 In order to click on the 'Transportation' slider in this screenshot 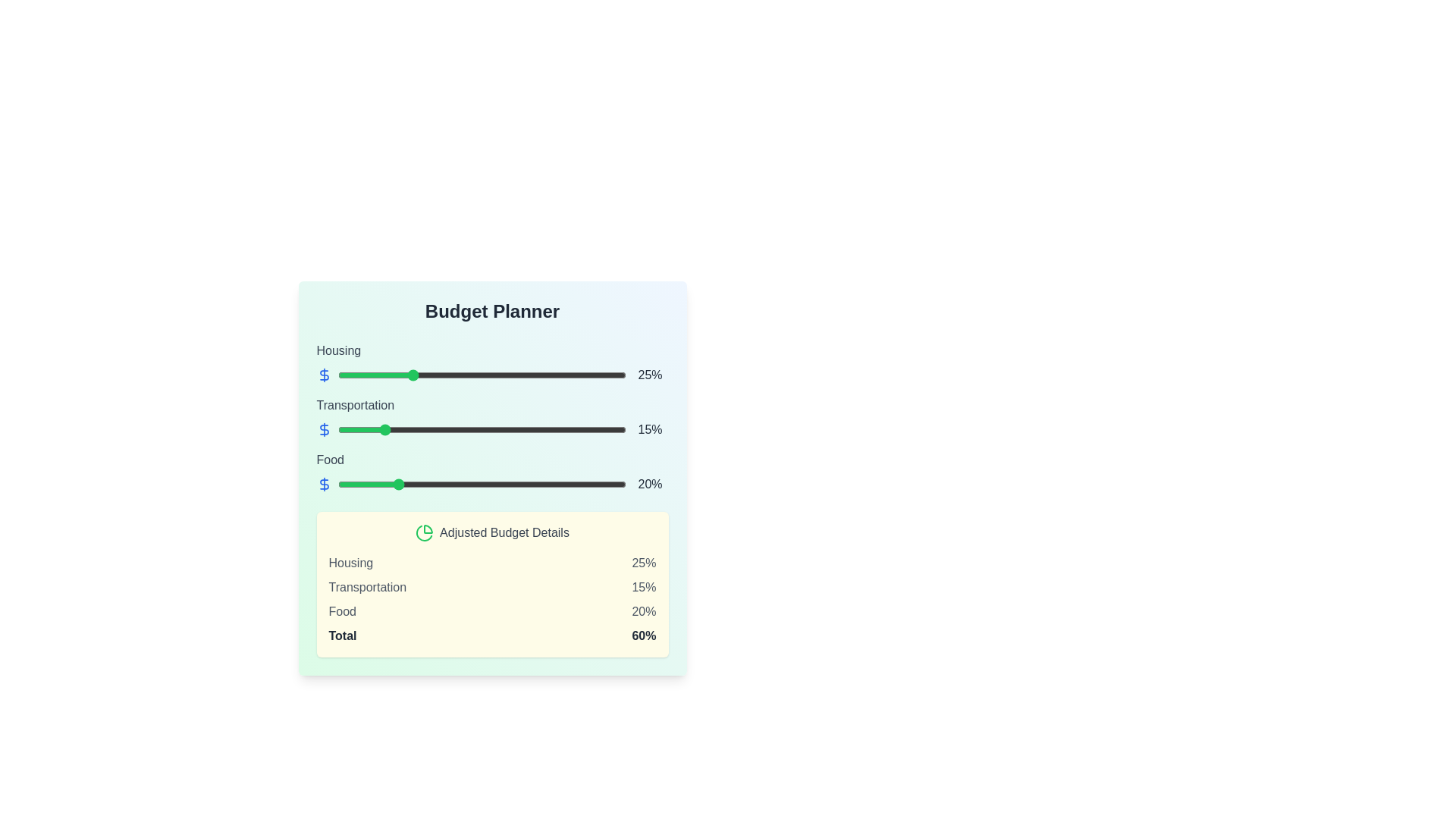, I will do `click(429, 430)`.